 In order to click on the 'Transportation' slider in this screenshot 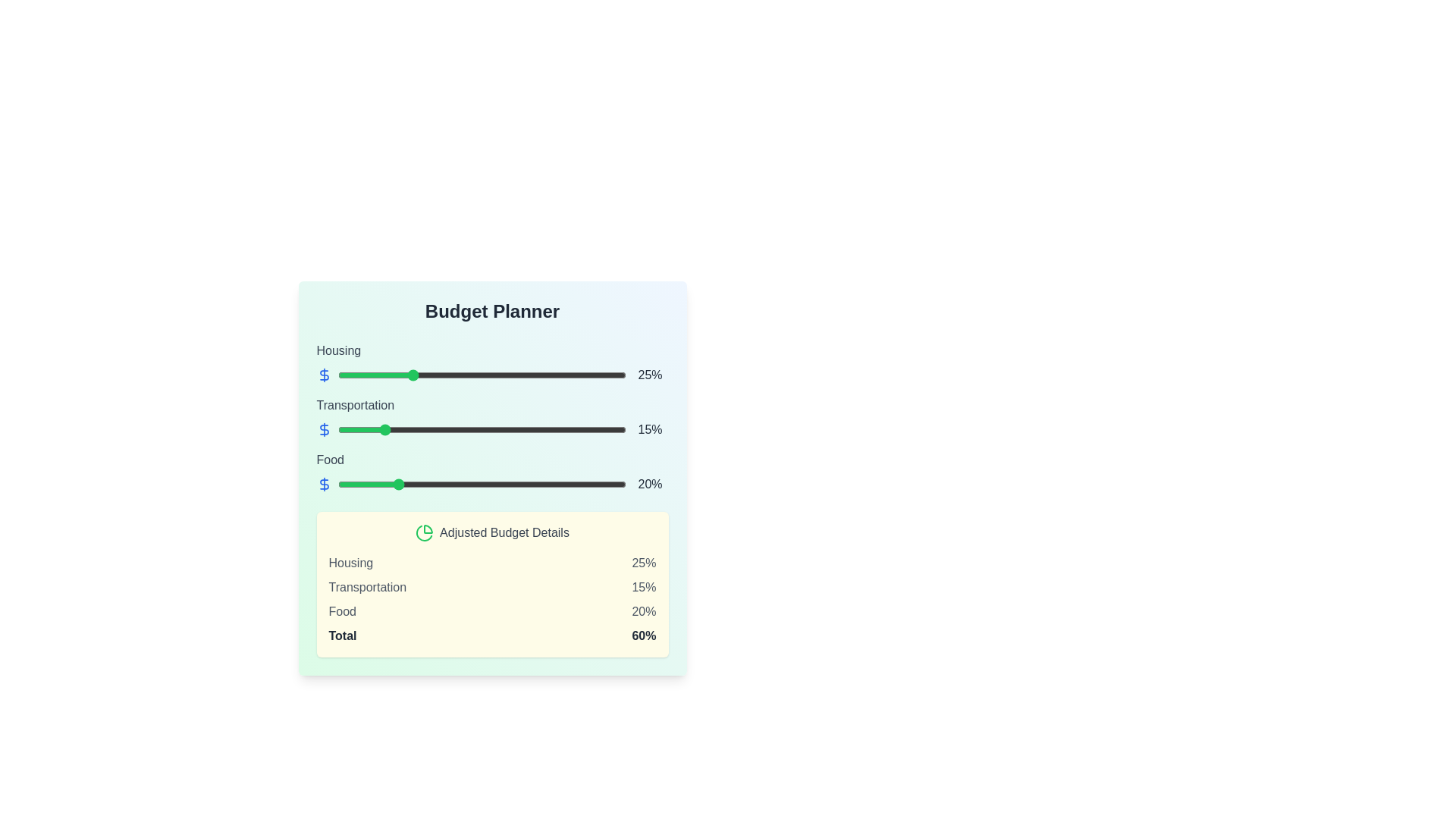, I will do `click(429, 430)`.